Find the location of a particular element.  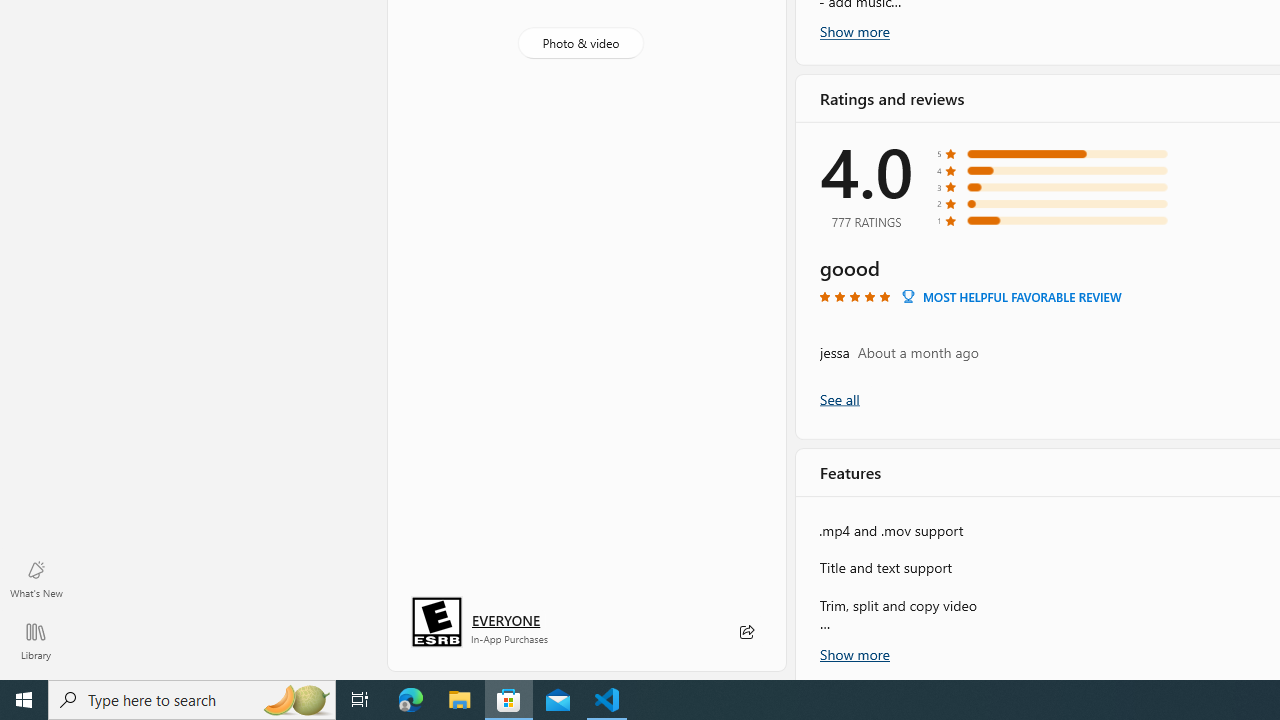

'Show more' is located at coordinates (855, 652).